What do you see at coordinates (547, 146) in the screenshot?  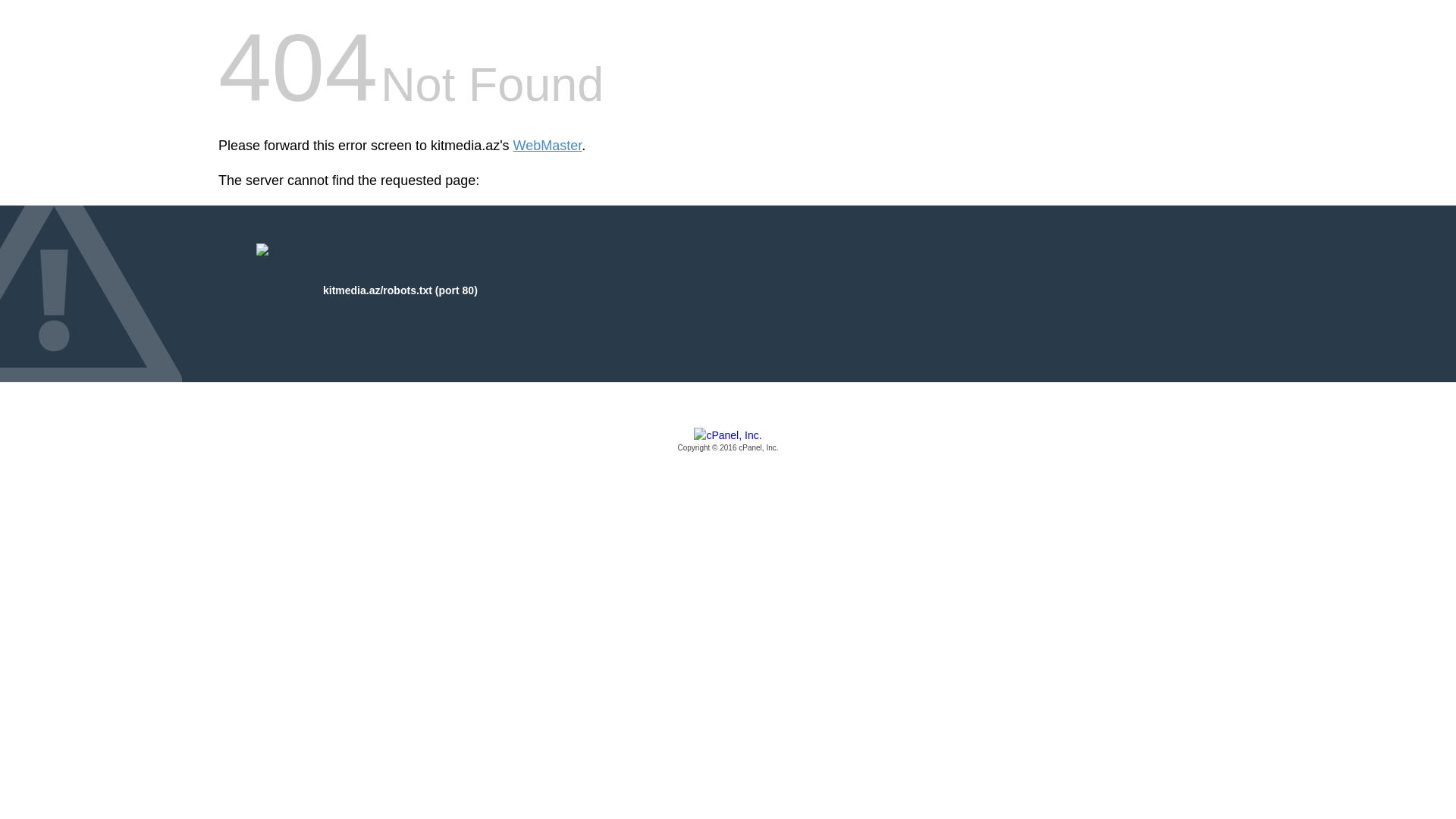 I see `'WebMaster'` at bounding box center [547, 146].